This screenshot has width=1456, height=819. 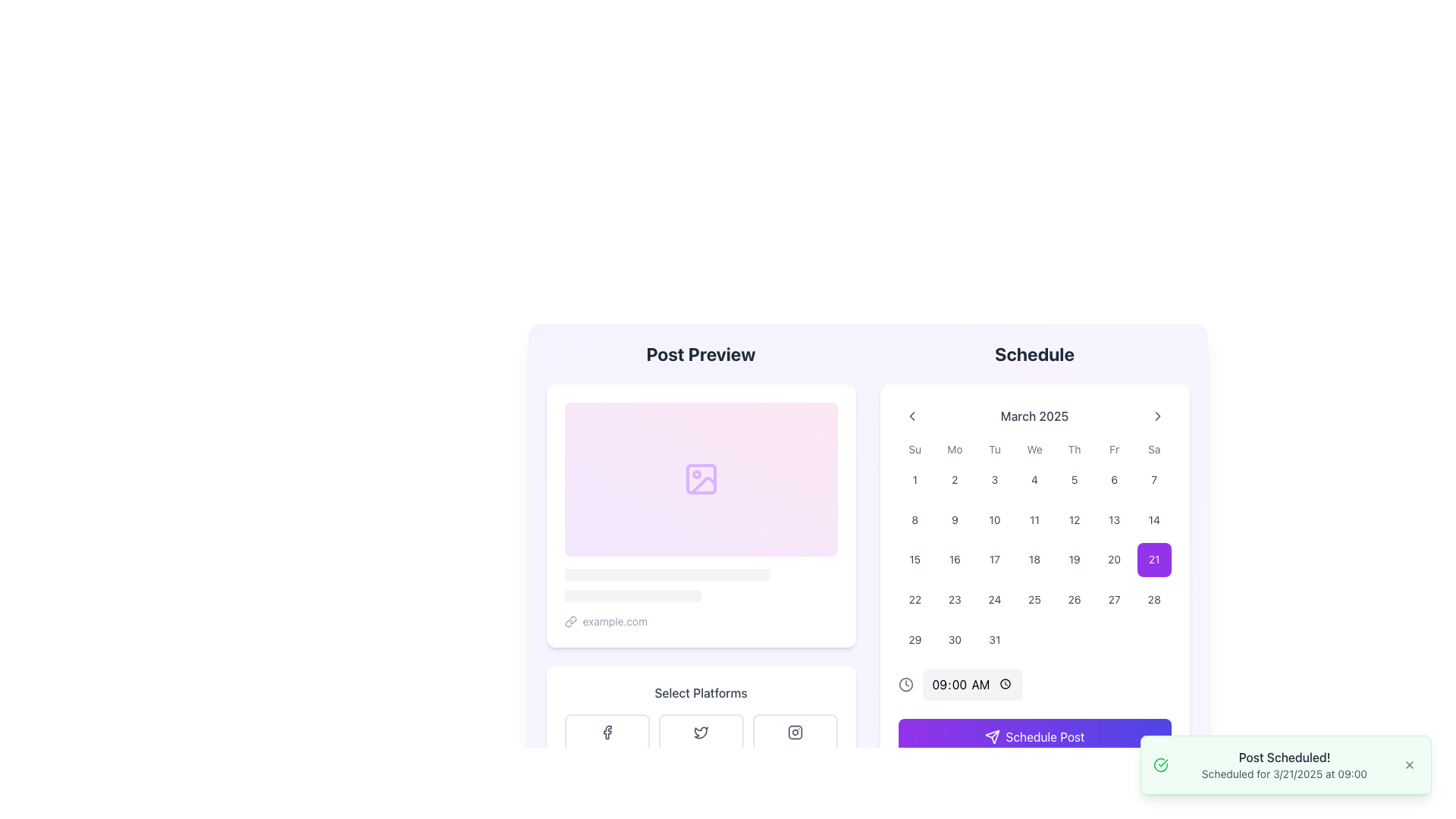 I want to click on the date button representing Thursday, March 18th, so click(x=1034, y=560).